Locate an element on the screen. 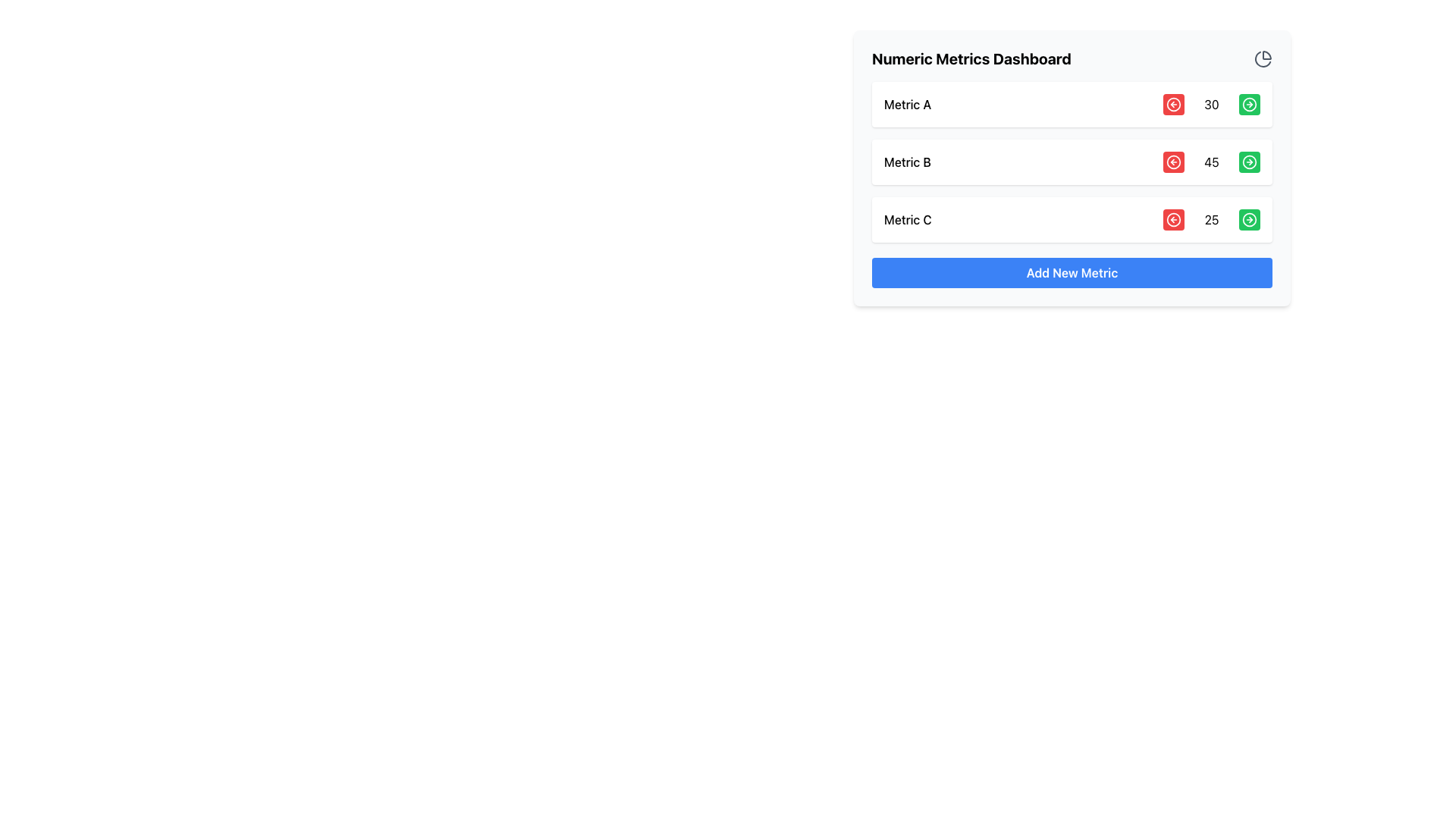 This screenshot has width=1456, height=819. the button that confirms or proceeds with the numeric value '30', positioned at the far right end of the first row in a vertically stacked list is located at coordinates (1249, 104).